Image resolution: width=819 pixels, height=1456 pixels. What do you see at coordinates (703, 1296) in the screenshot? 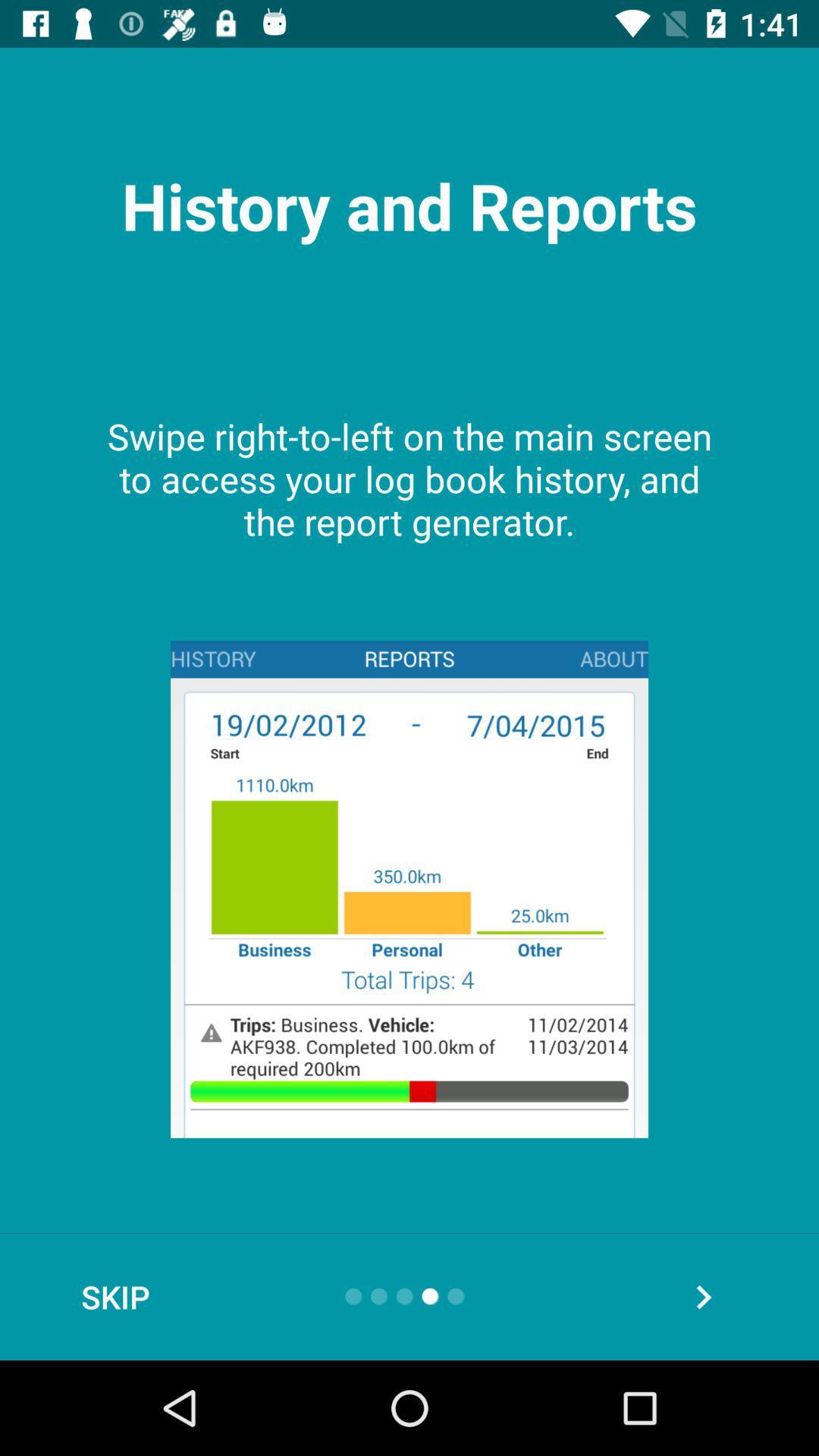
I see `switch autoplay option` at bounding box center [703, 1296].